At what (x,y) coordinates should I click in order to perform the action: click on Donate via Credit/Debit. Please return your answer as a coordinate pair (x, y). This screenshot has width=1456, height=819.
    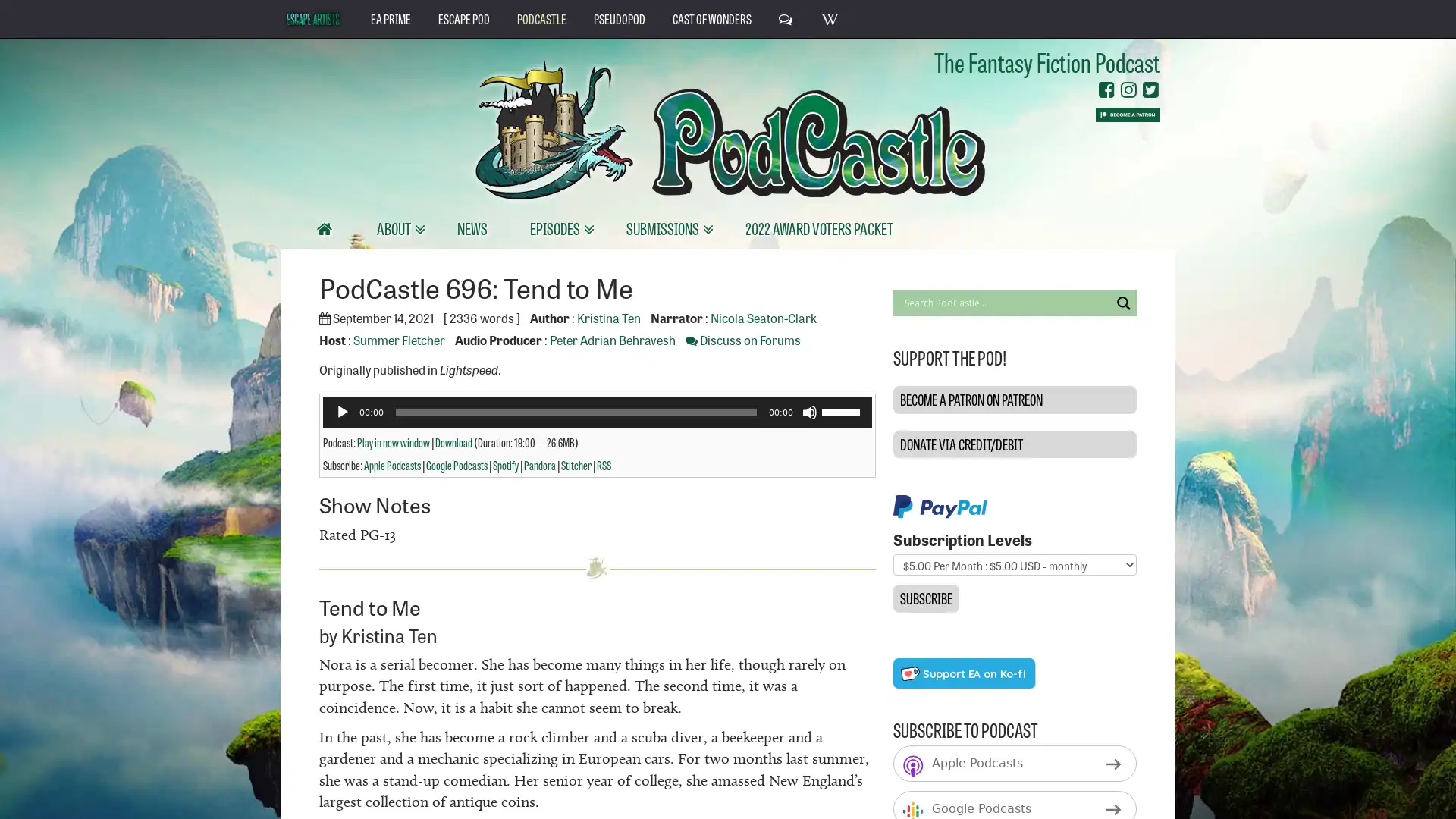
    Looking at the image, I should click on (1014, 444).